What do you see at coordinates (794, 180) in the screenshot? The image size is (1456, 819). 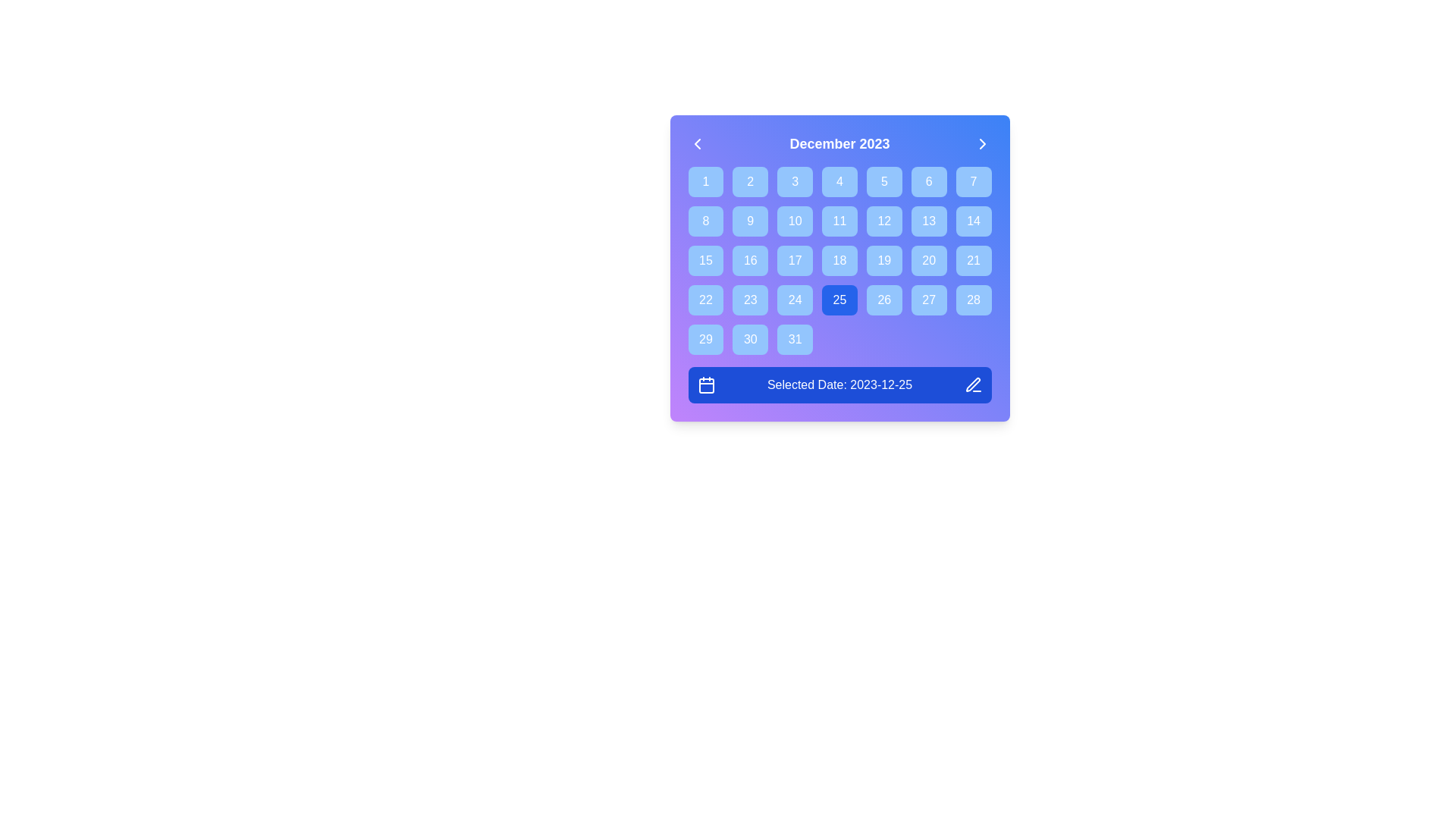 I see `the static calendar element representing day '3', which is the third item in the first row of the calendar widget` at bounding box center [794, 180].